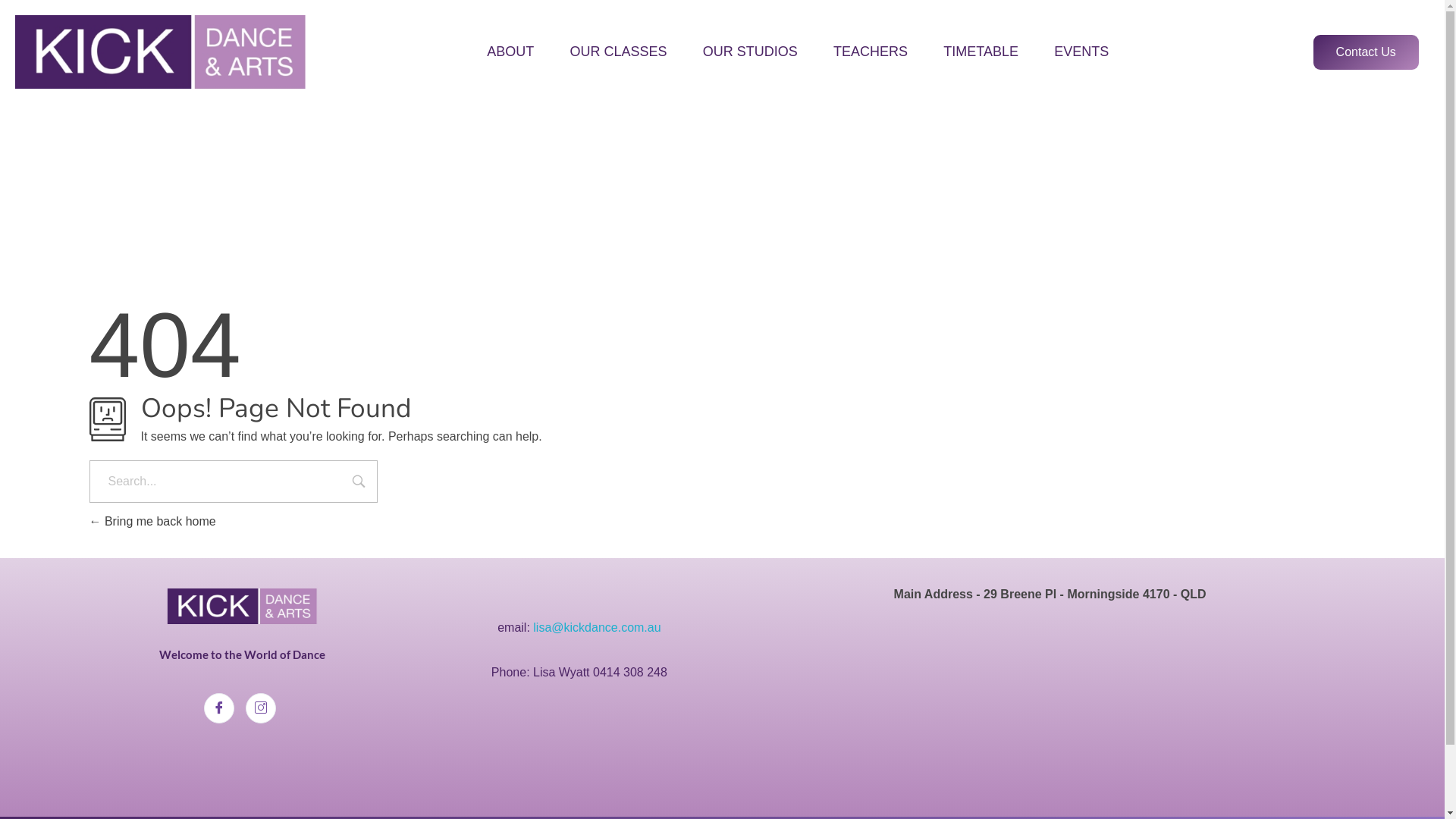  What do you see at coordinates (1366, 52) in the screenshot?
I see `'Contact Us'` at bounding box center [1366, 52].